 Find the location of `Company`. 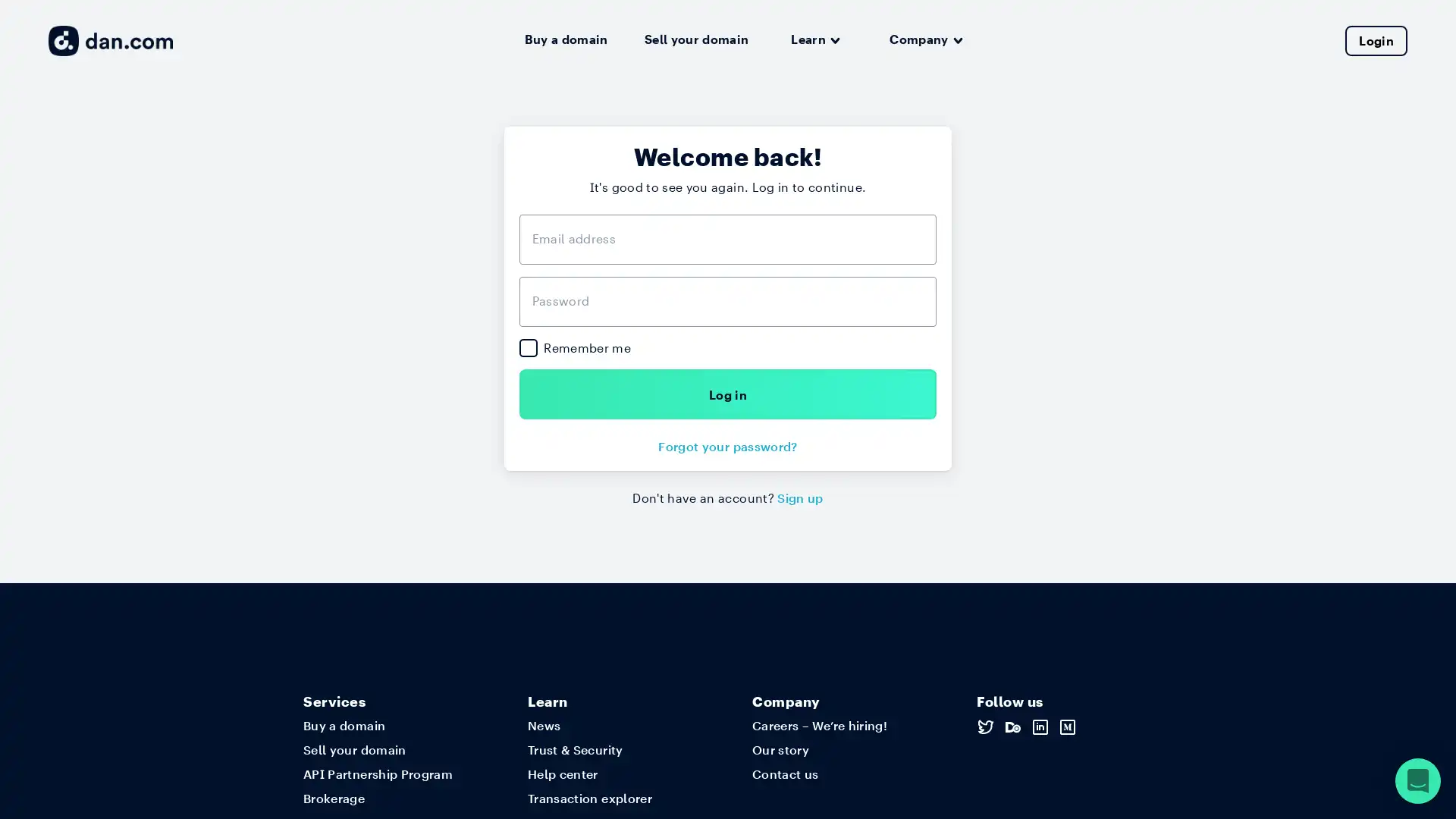

Company is located at coordinates (925, 39).